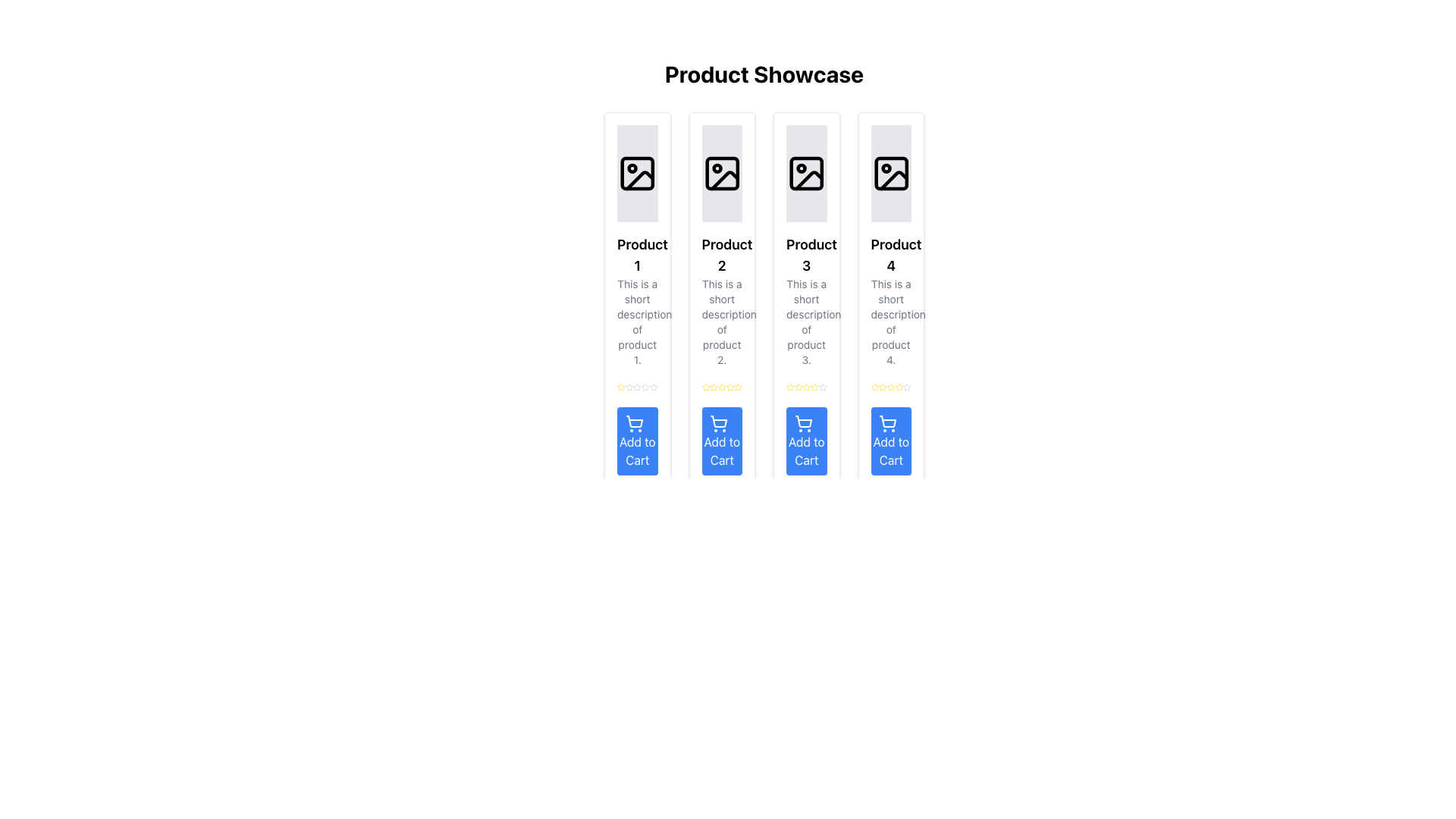 The height and width of the screenshot is (819, 1456). What do you see at coordinates (805, 172) in the screenshot?
I see `the small rectangular Graphic placeholder located in the top-left corner of the image placeholder for 'Product 3'` at bounding box center [805, 172].